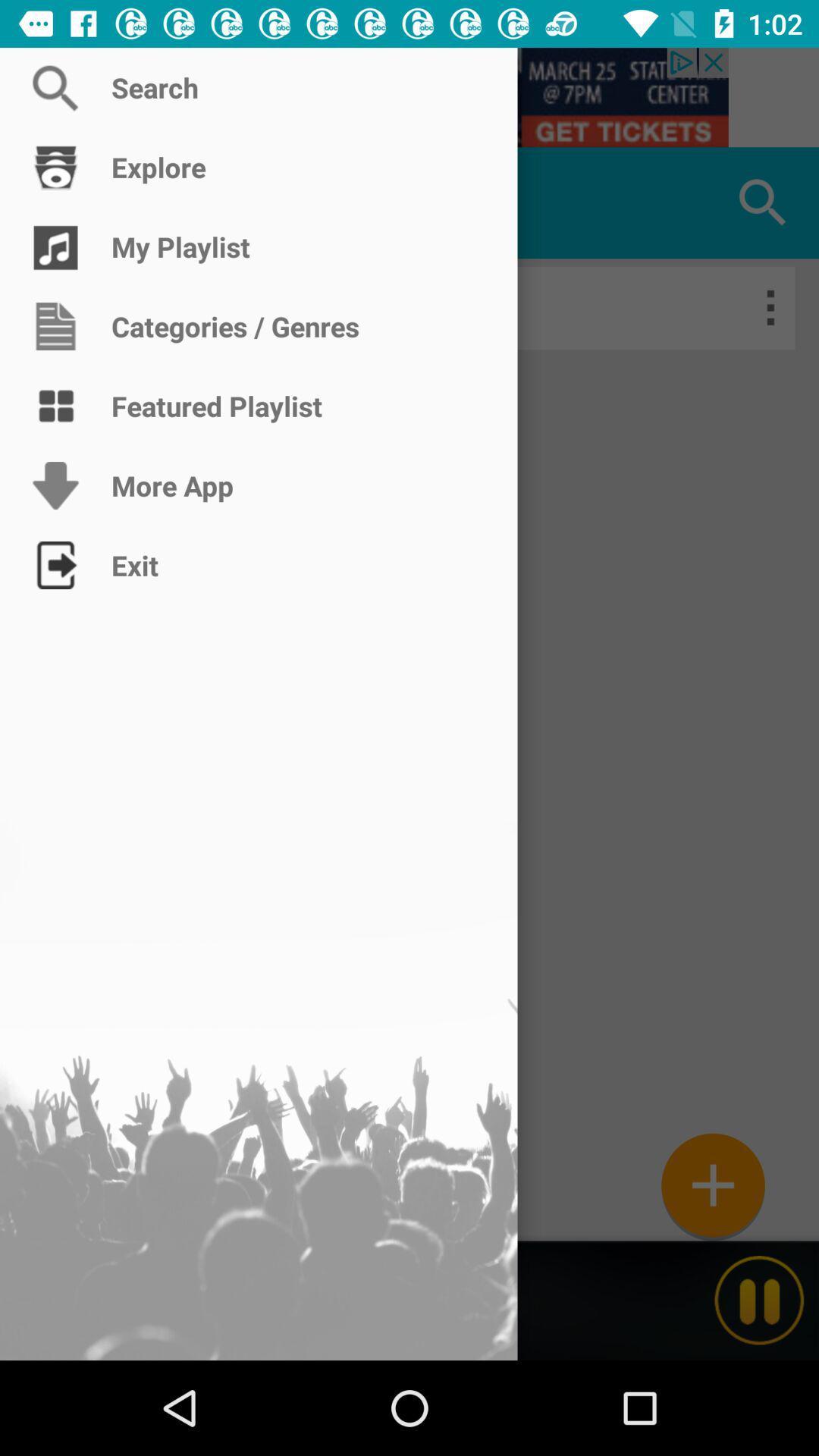 Image resolution: width=819 pixels, height=1456 pixels. Describe the element at coordinates (759, 1300) in the screenshot. I see `the pause icon` at that location.